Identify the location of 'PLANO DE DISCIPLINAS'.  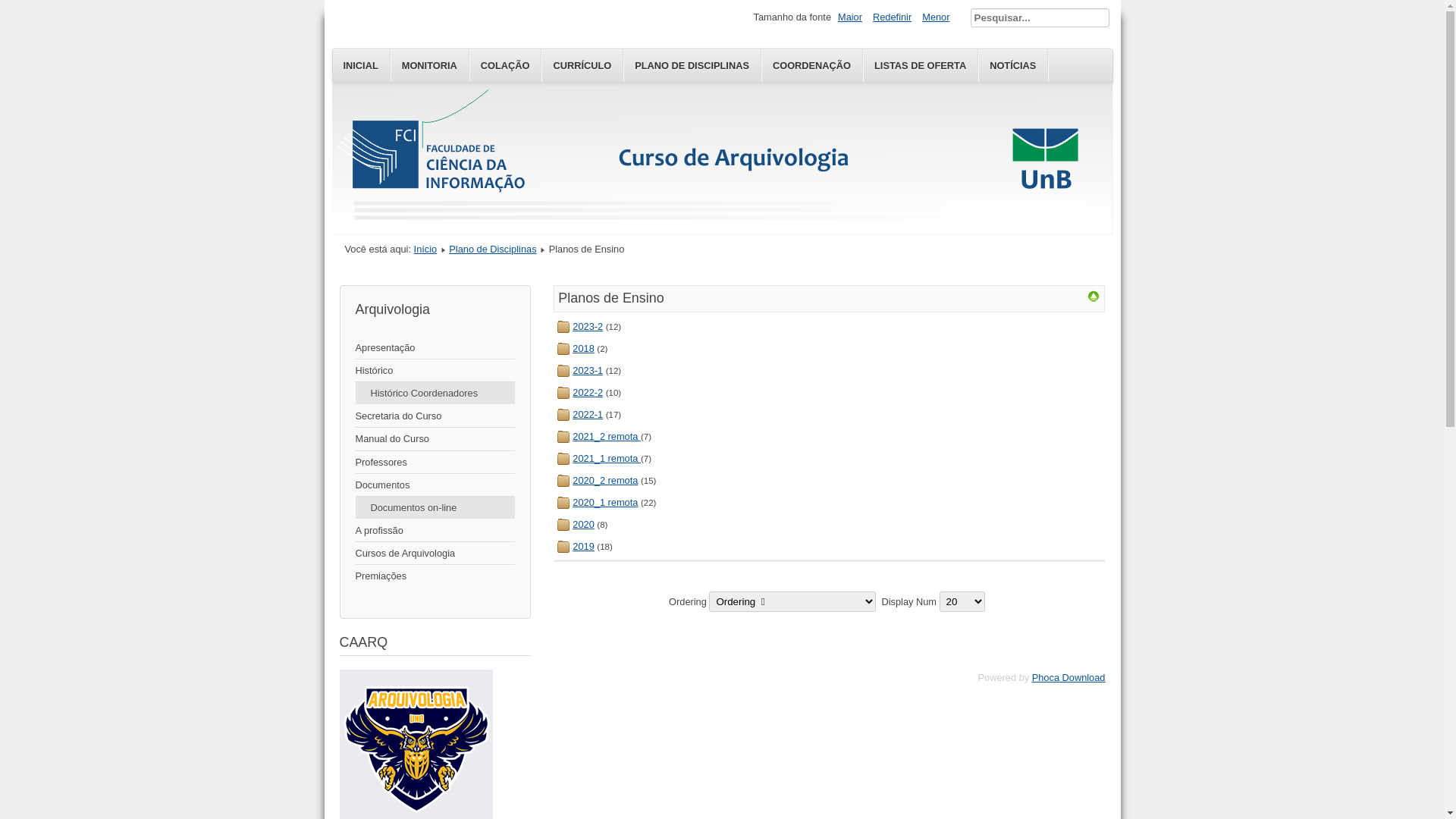
(691, 64).